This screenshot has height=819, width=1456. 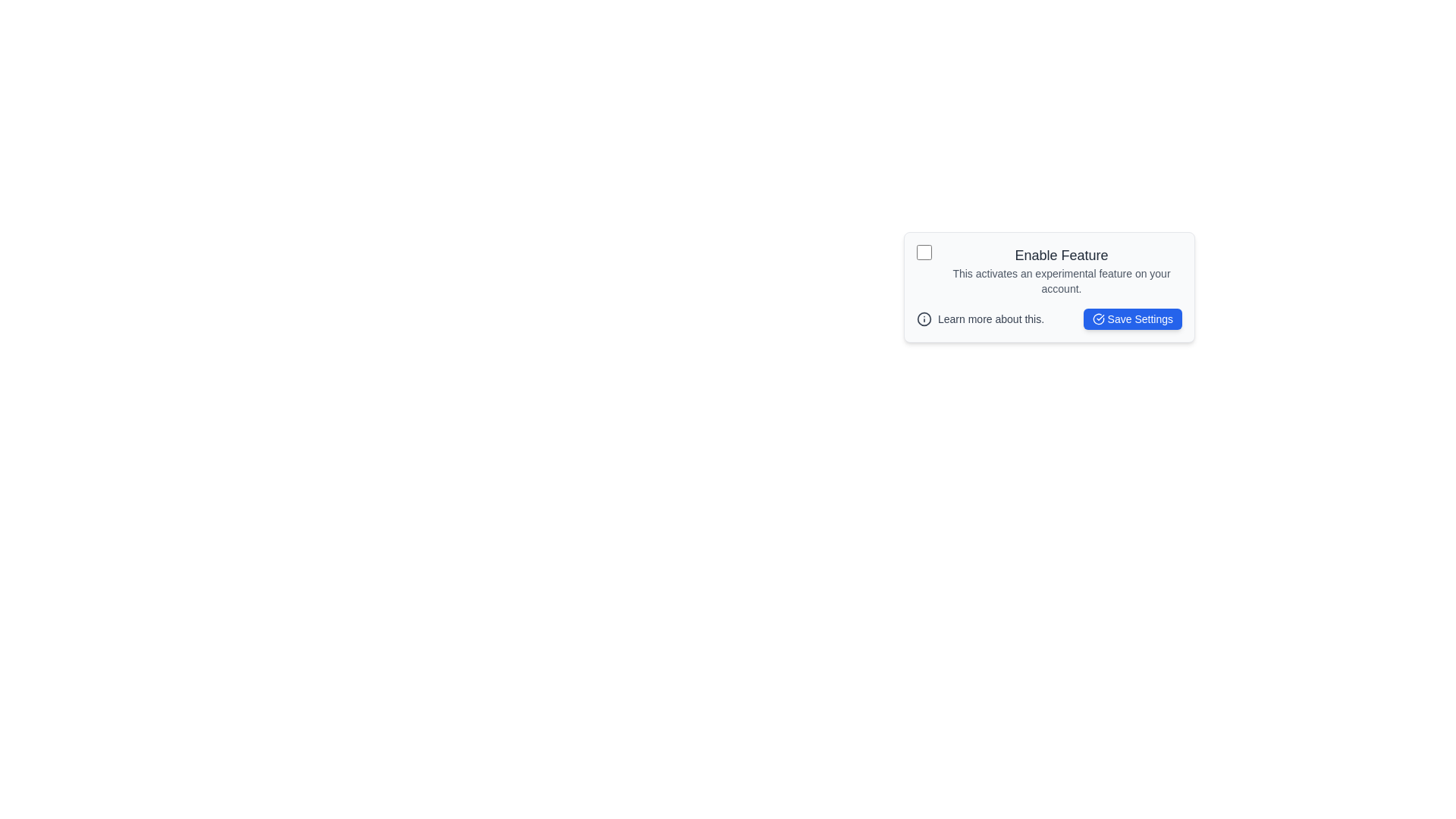 I want to click on the circular icon with a check mark inside, located to the left of the 'Save Settings' text within the button, so click(x=1098, y=318).